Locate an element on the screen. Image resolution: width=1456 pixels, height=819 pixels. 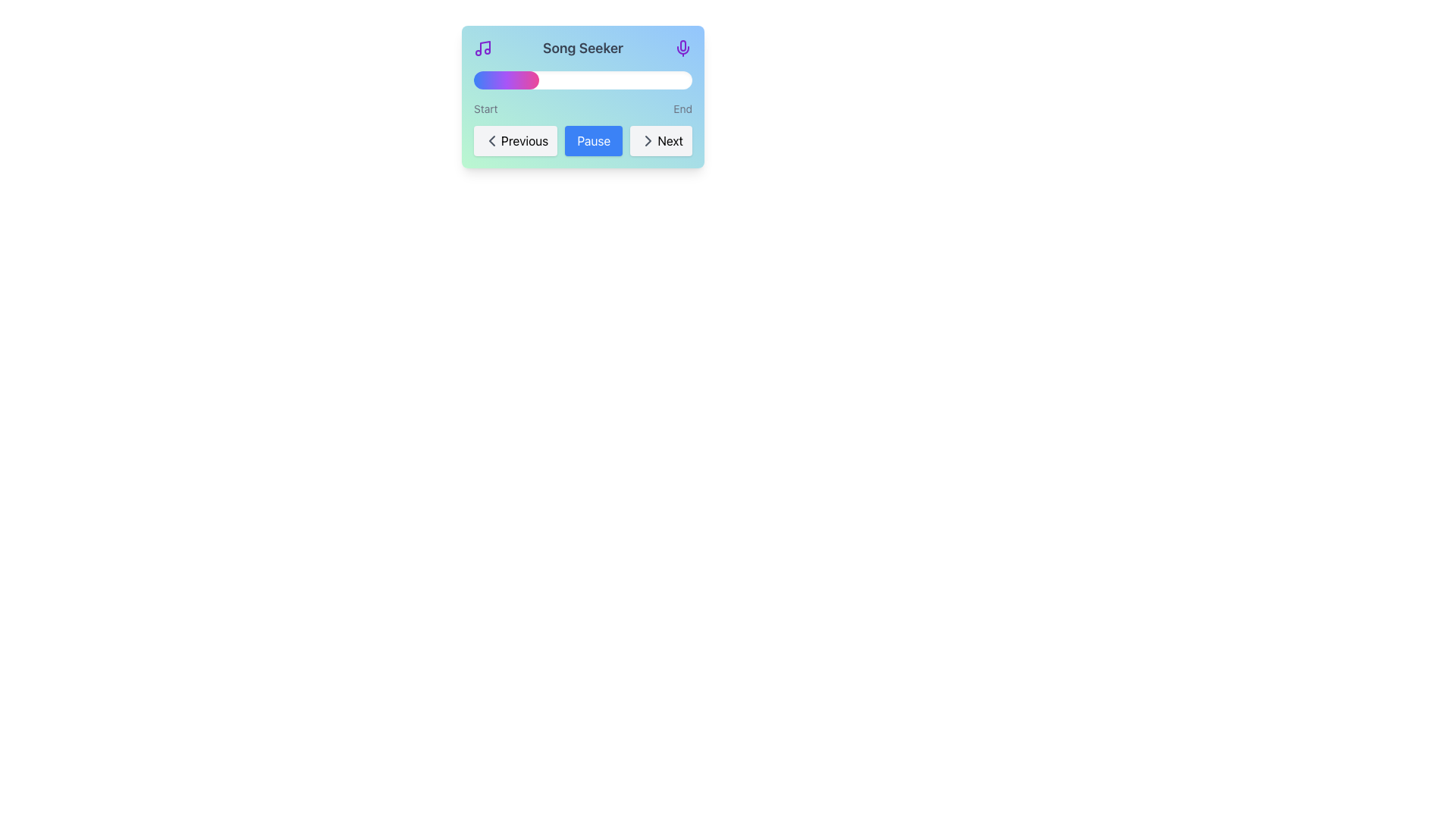
the chevron icon representing forward navigation on the 'Next' button to observe the hover effects is located at coordinates (648, 140).